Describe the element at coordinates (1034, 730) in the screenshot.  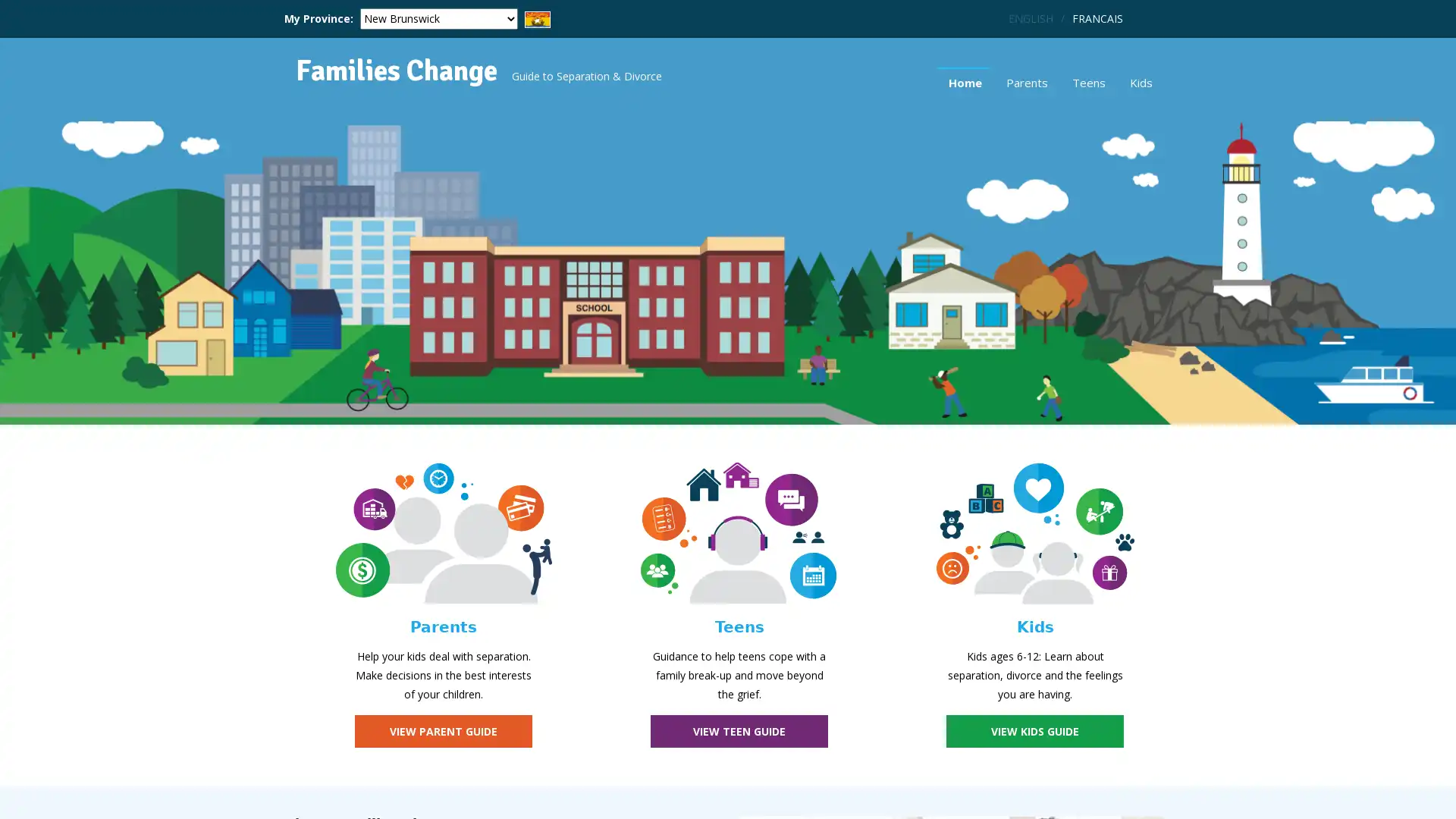
I see `VIEW KIDS GUIDE` at that location.